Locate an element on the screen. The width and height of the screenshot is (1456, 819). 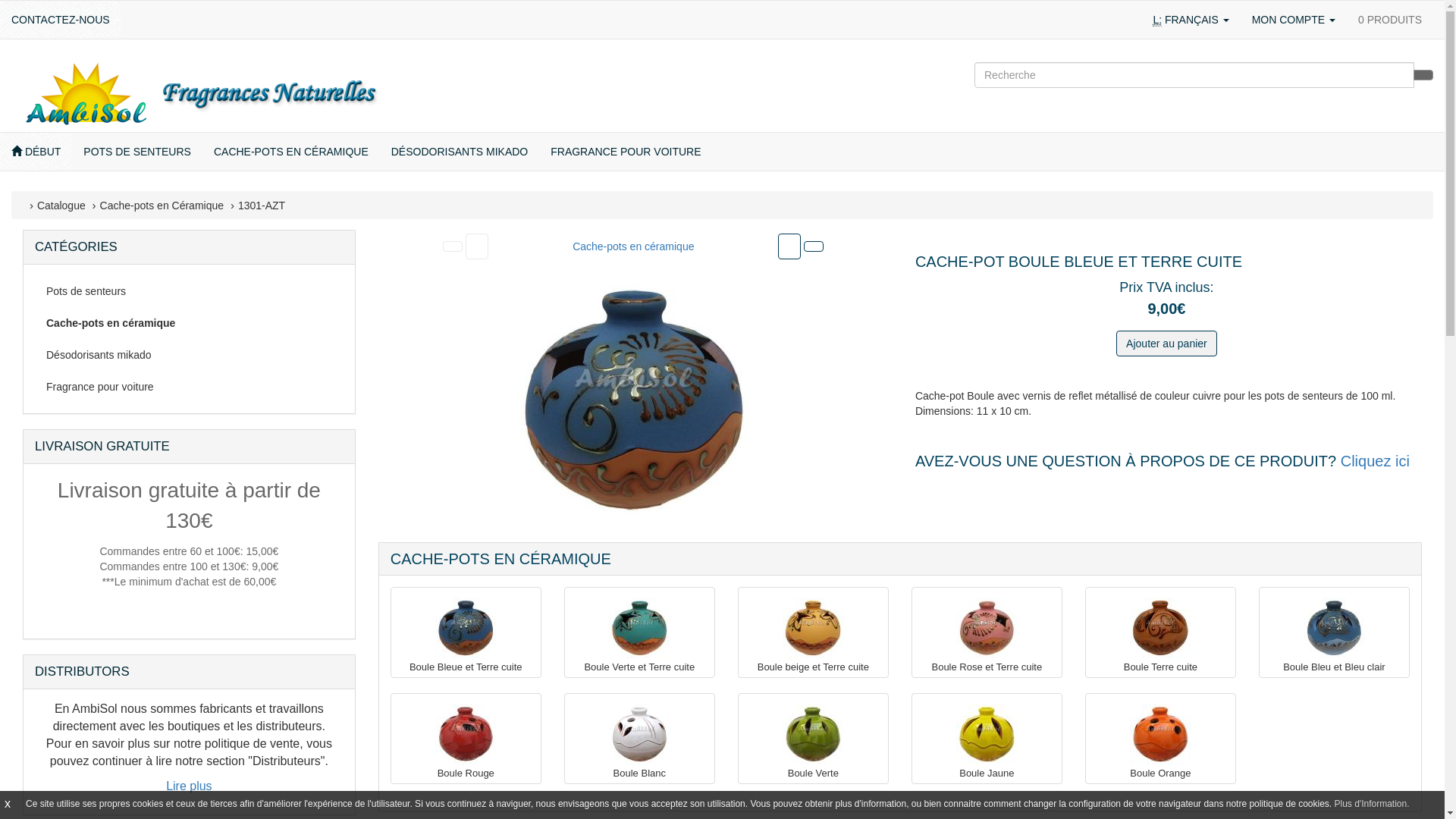
'1301-AZT' is located at coordinates (262, 205).